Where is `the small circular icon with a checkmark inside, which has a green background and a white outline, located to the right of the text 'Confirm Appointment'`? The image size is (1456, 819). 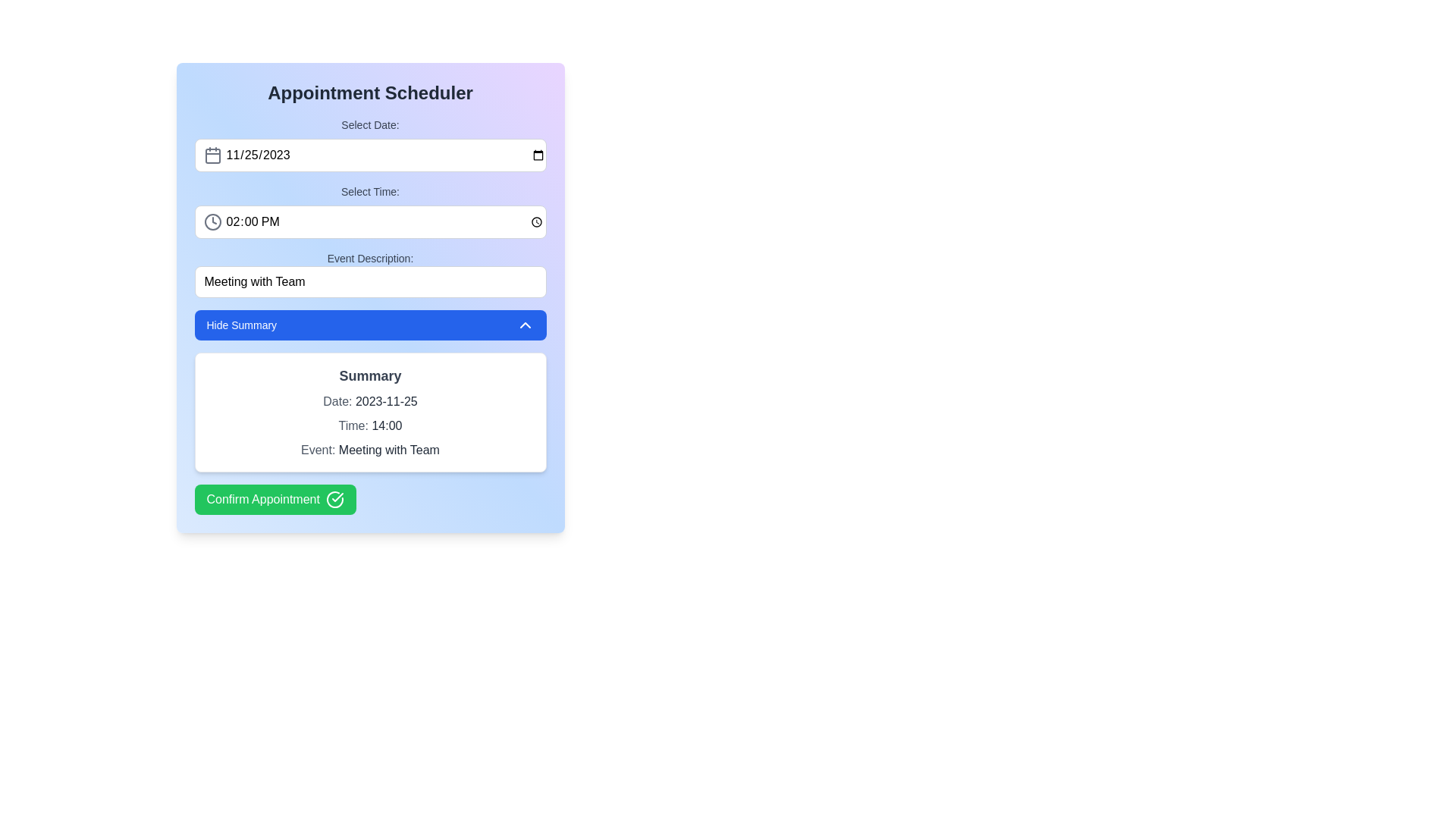
the small circular icon with a checkmark inside, which has a green background and a white outline, located to the right of the text 'Confirm Appointment' is located at coordinates (334, 500).